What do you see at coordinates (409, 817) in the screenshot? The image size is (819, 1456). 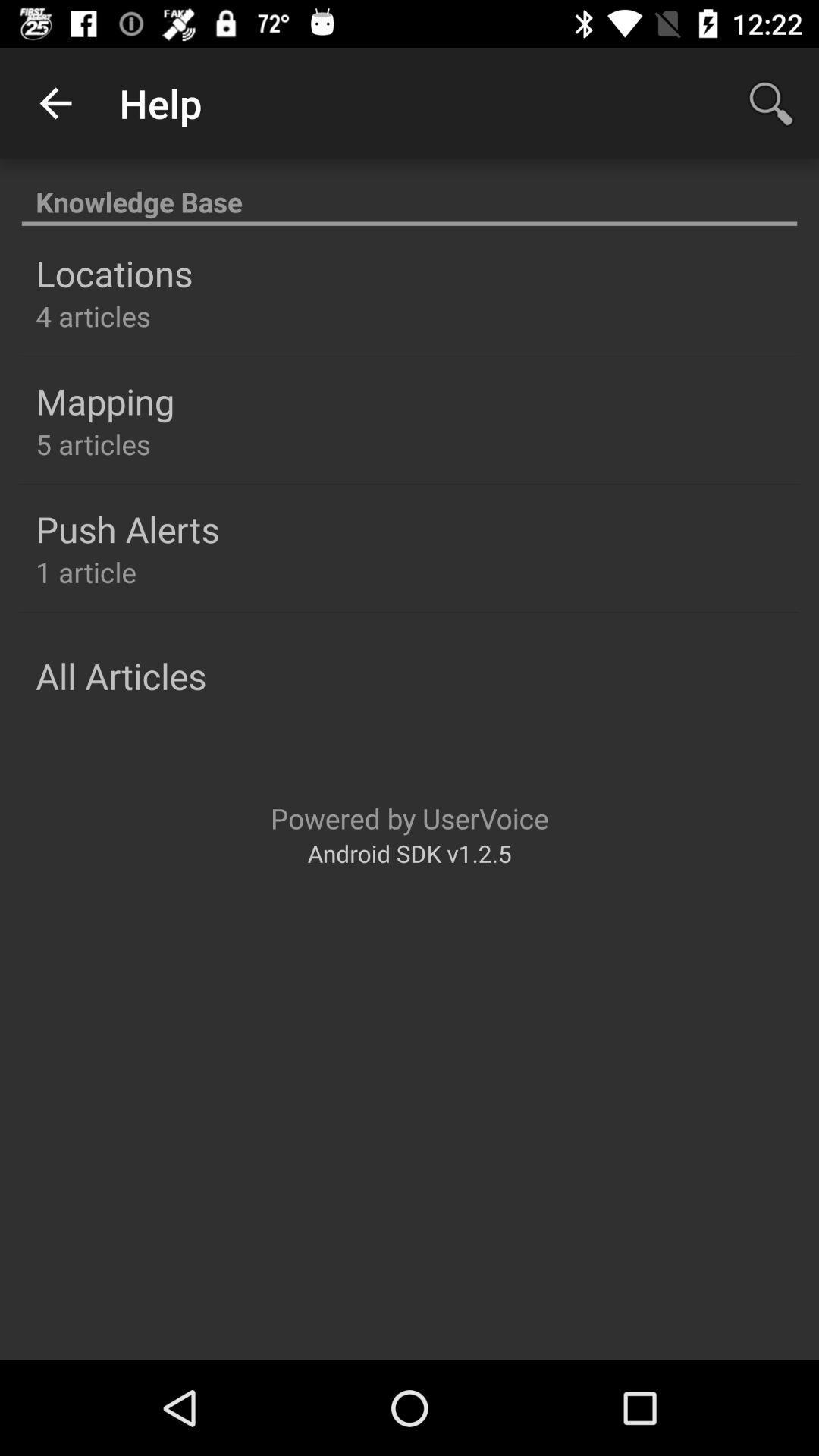 I see `powered by uservoice icon` at bounding box center [409, 817].